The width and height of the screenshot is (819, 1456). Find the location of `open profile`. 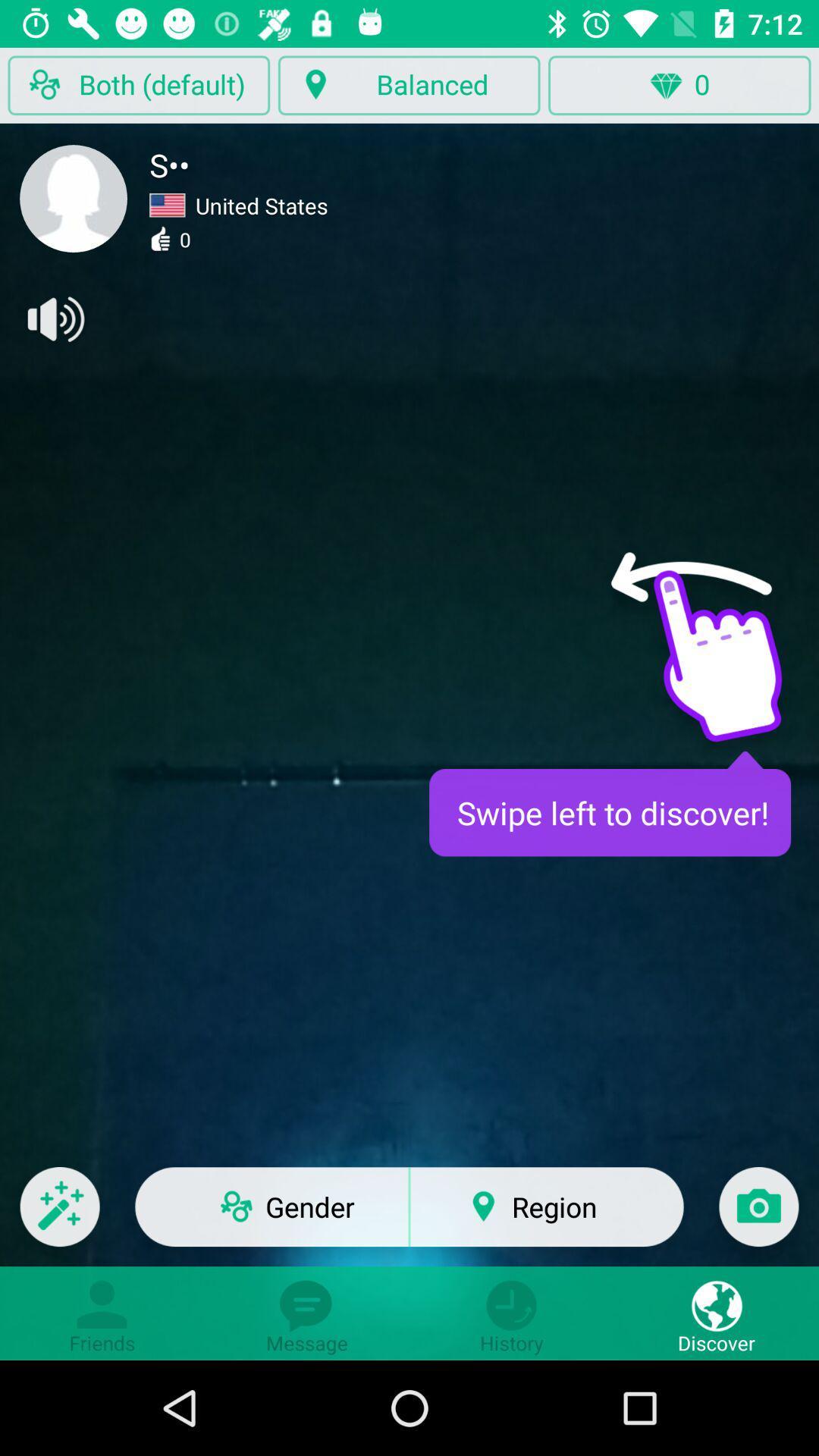

open profile is located at coordinates (74, 198).